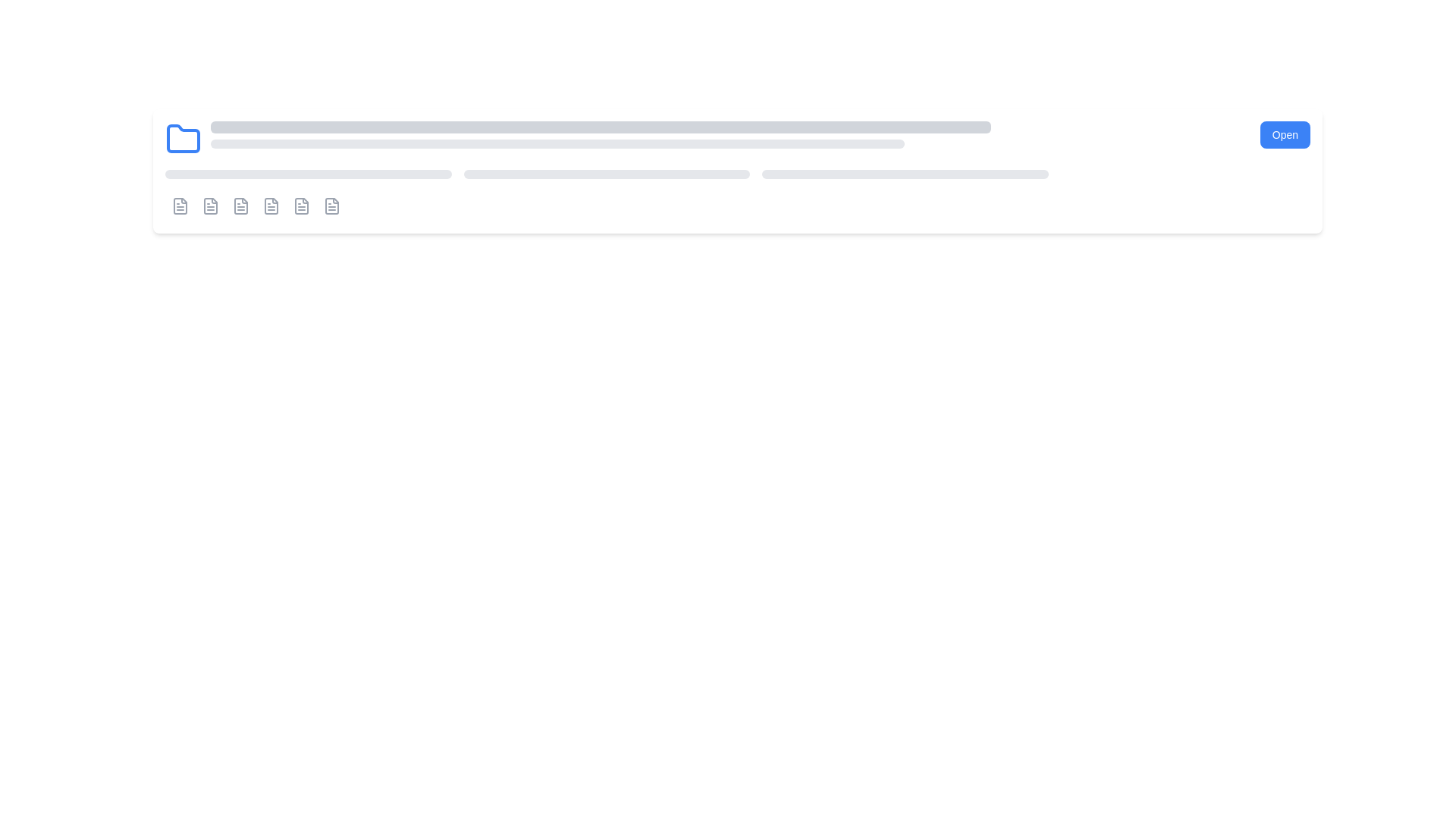 The height and width of the screenshot is (819, 1456). Describe the element at coordinates (180, 206) in the screenshot. I see `the first document icon in a horizontal group of similar icons, which has a rectangular outline with rounded corners and internal horizontal lines` at that location.